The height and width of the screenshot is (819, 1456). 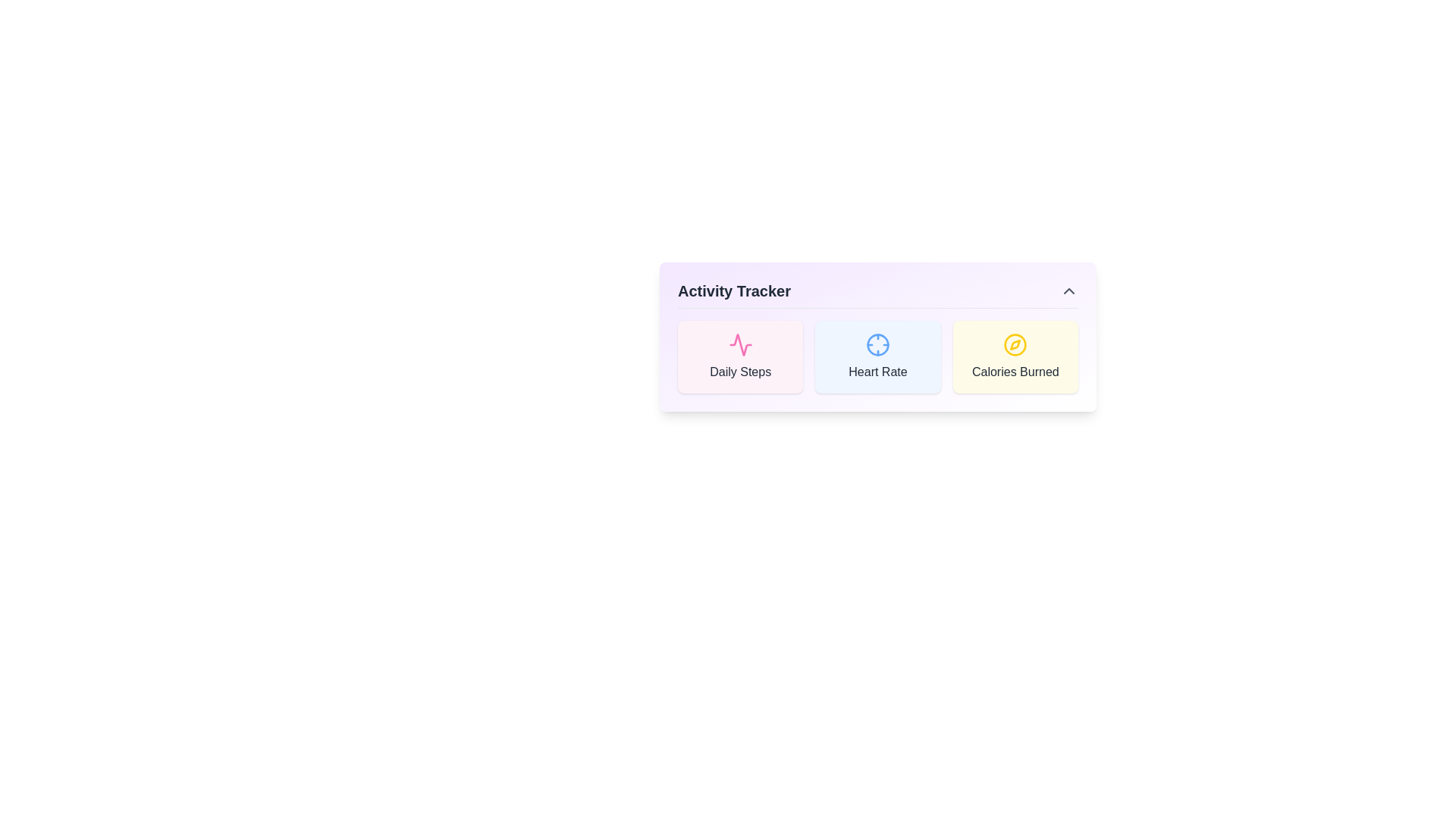 I want to click on centered-aligned text label 'Calories Burned' that is styled in dark gray color, located within the third yellow-highlighted card of the 'Activity Tracker' section, below a compass icon, so click(x=1015, y=372).